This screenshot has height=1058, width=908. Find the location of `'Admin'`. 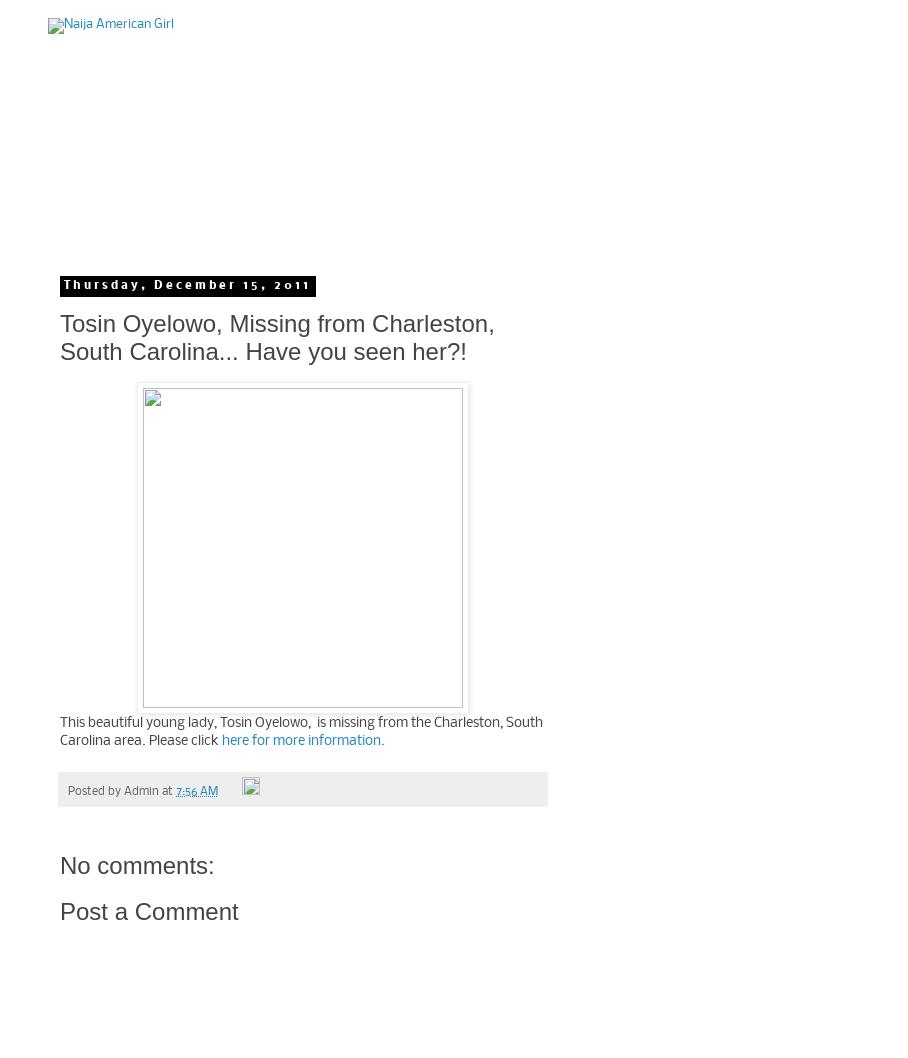

'Admin' is located at coordinates (124, 790).